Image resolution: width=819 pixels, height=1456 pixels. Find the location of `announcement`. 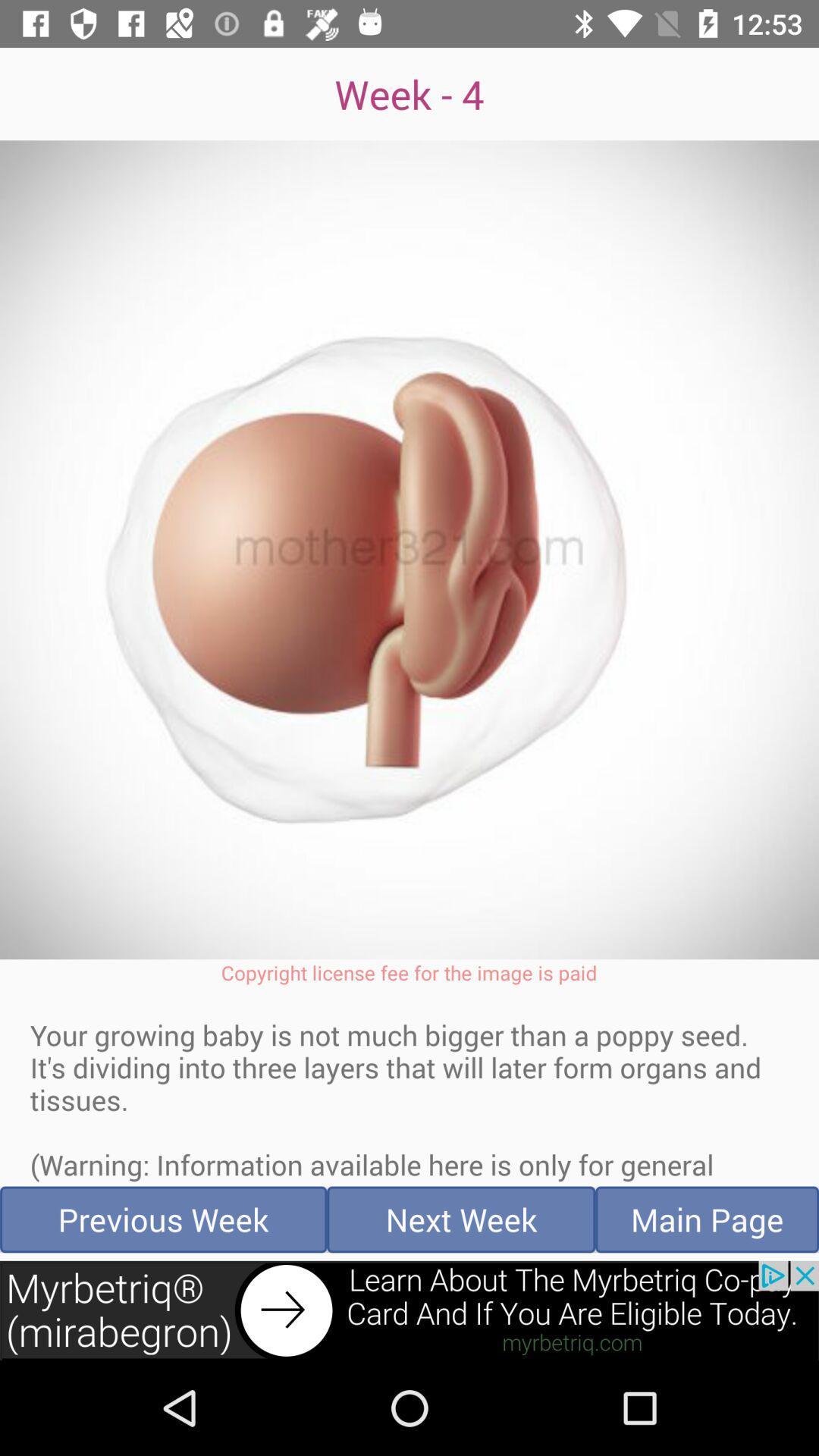

announcement is located at coordinates (409, 1310).